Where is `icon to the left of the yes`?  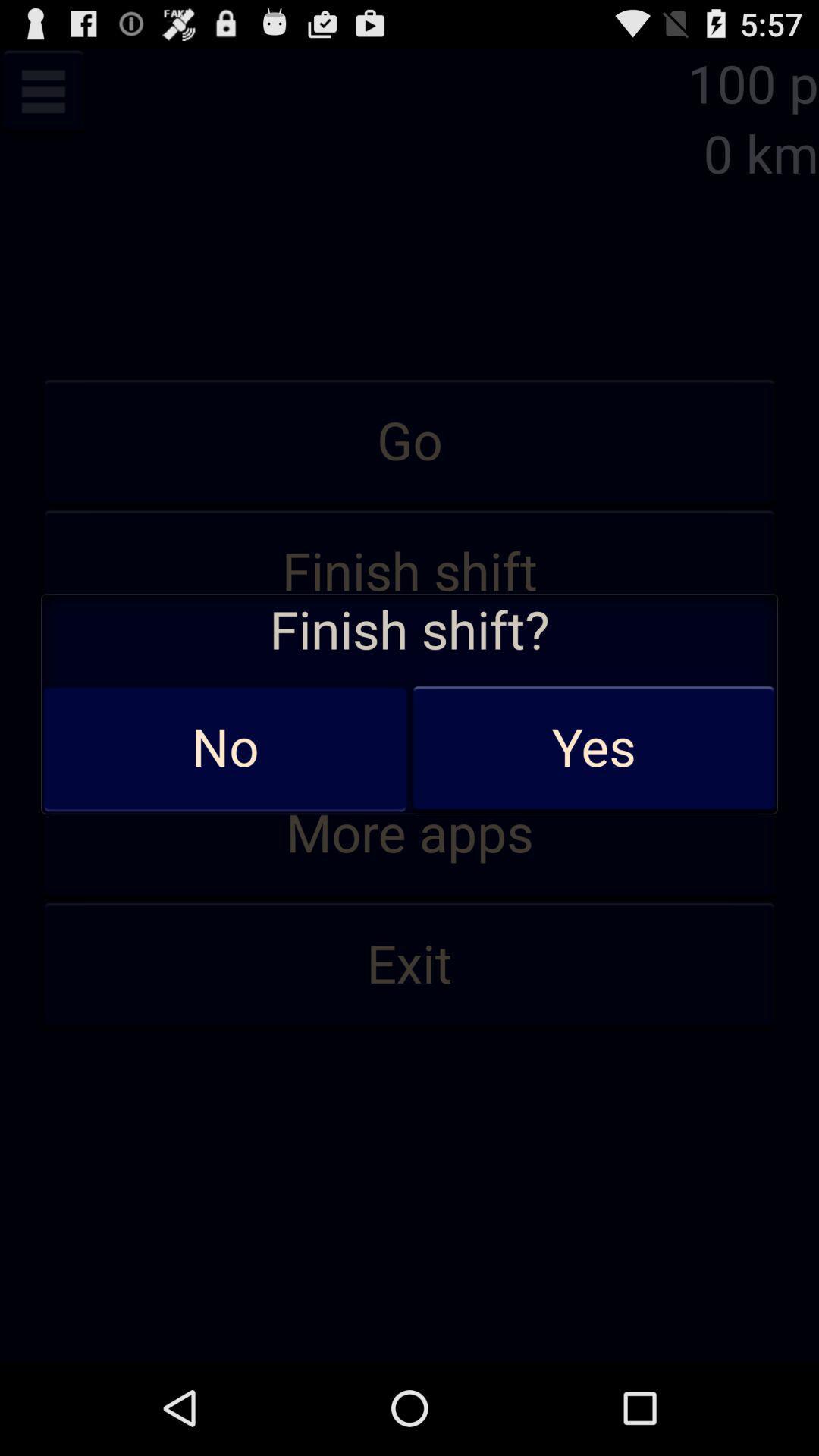
icon to the left of the yes is located at coordinates (225, 748).